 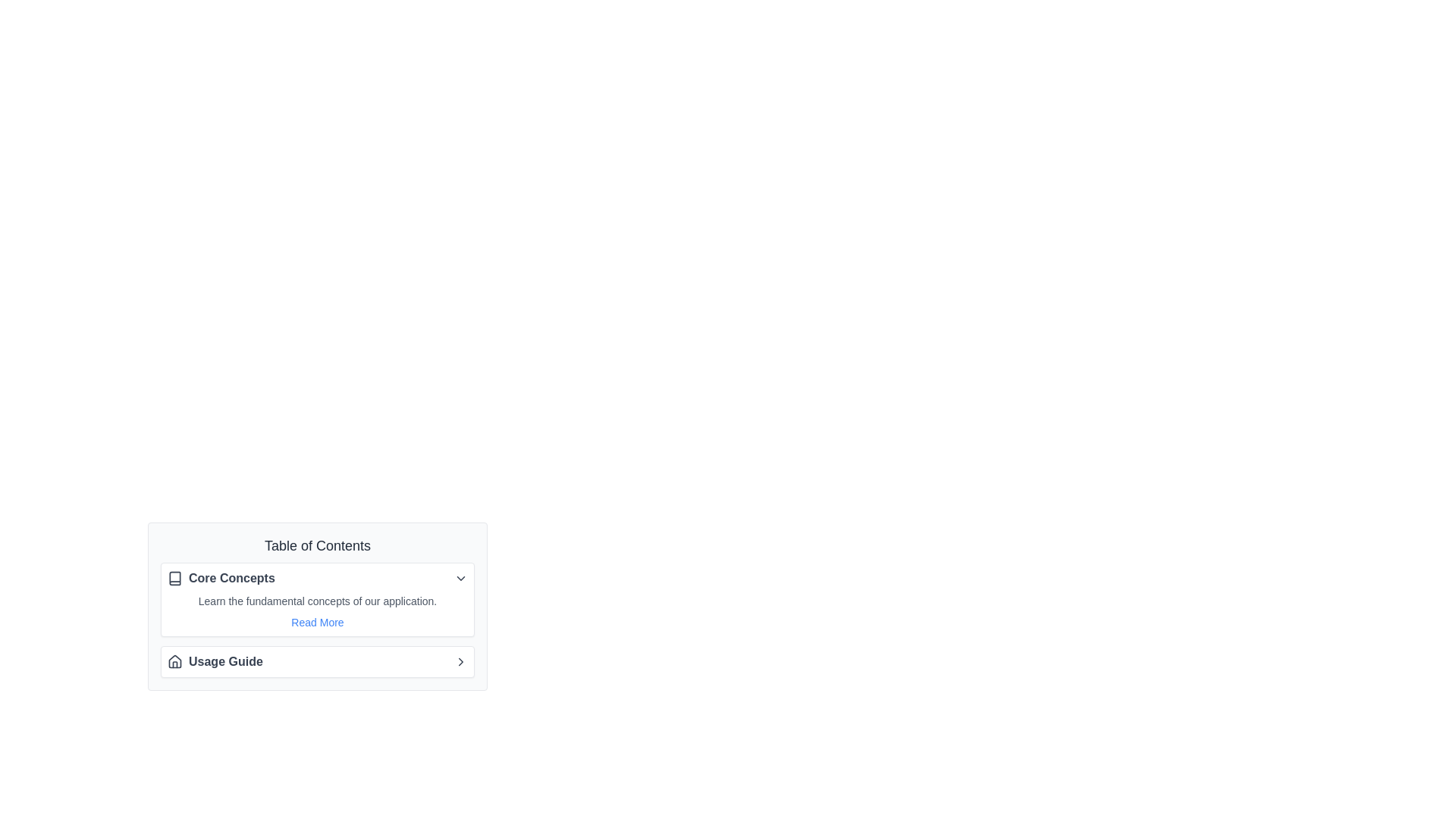 I want to click on the chevron icon located at the far-right end of the 'Usage Guide' row in the content panel below the 'Core Concepts' section for interaction feedback, so click(x=460, y=661).